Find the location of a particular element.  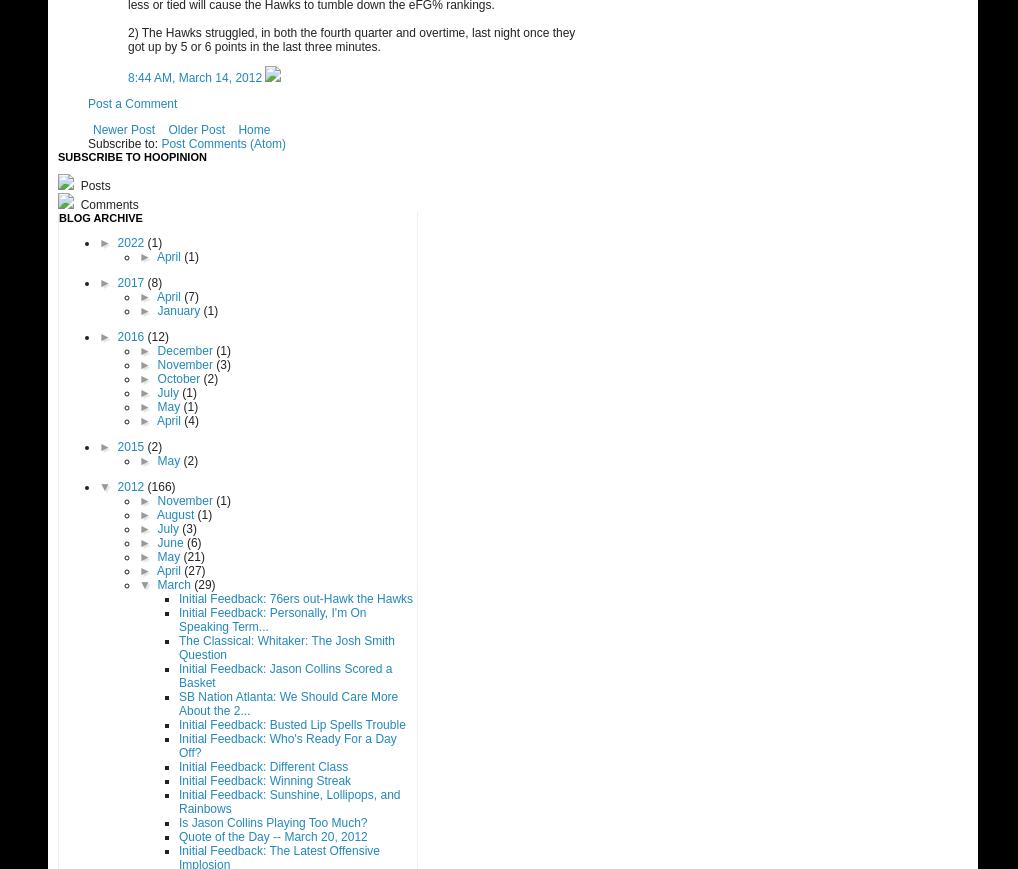

'January' is located at coordinates (156, 310).